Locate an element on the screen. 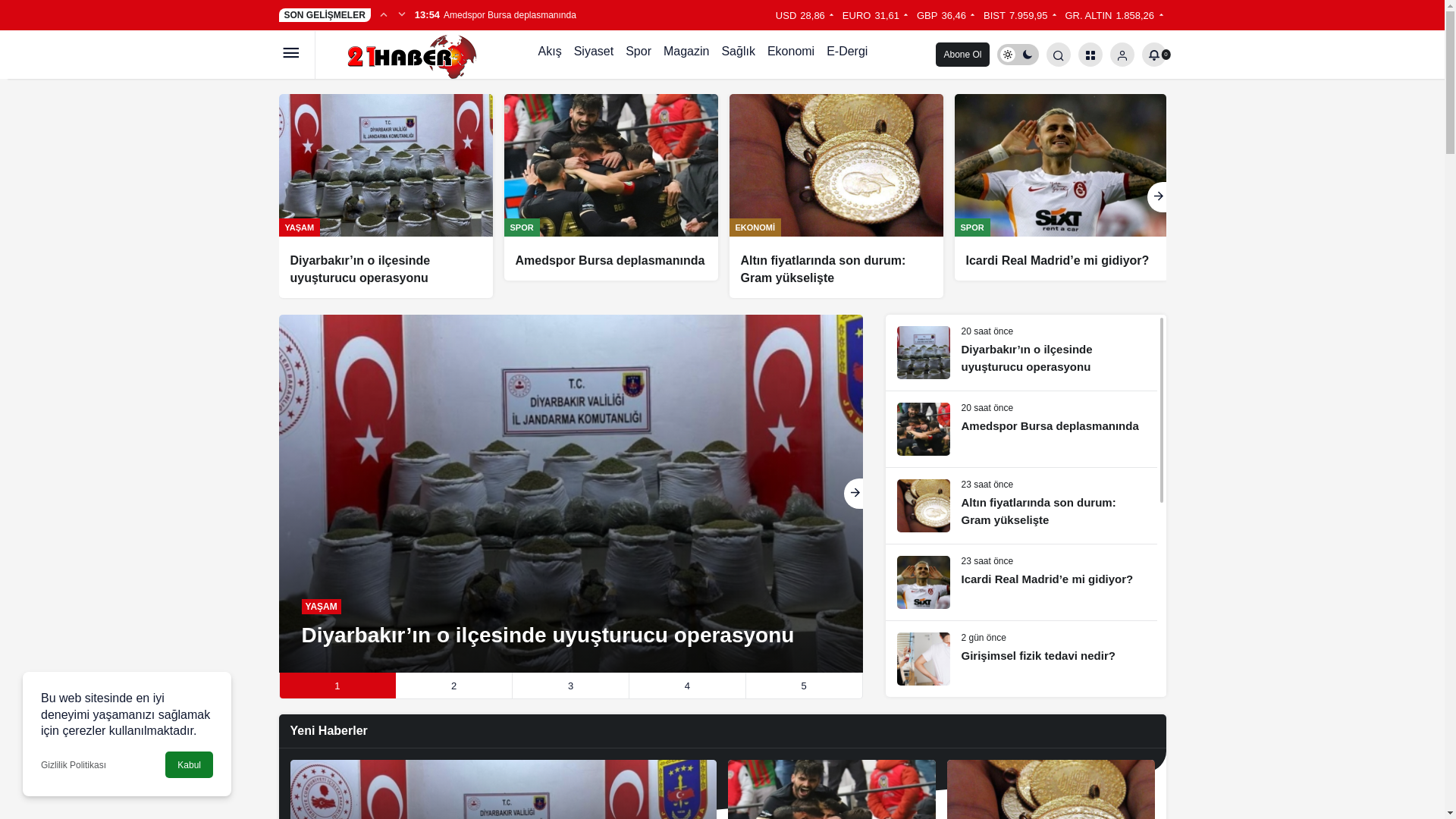 The image size is (1456, 819). 'SPOR' is located at coordinates (521, 227).